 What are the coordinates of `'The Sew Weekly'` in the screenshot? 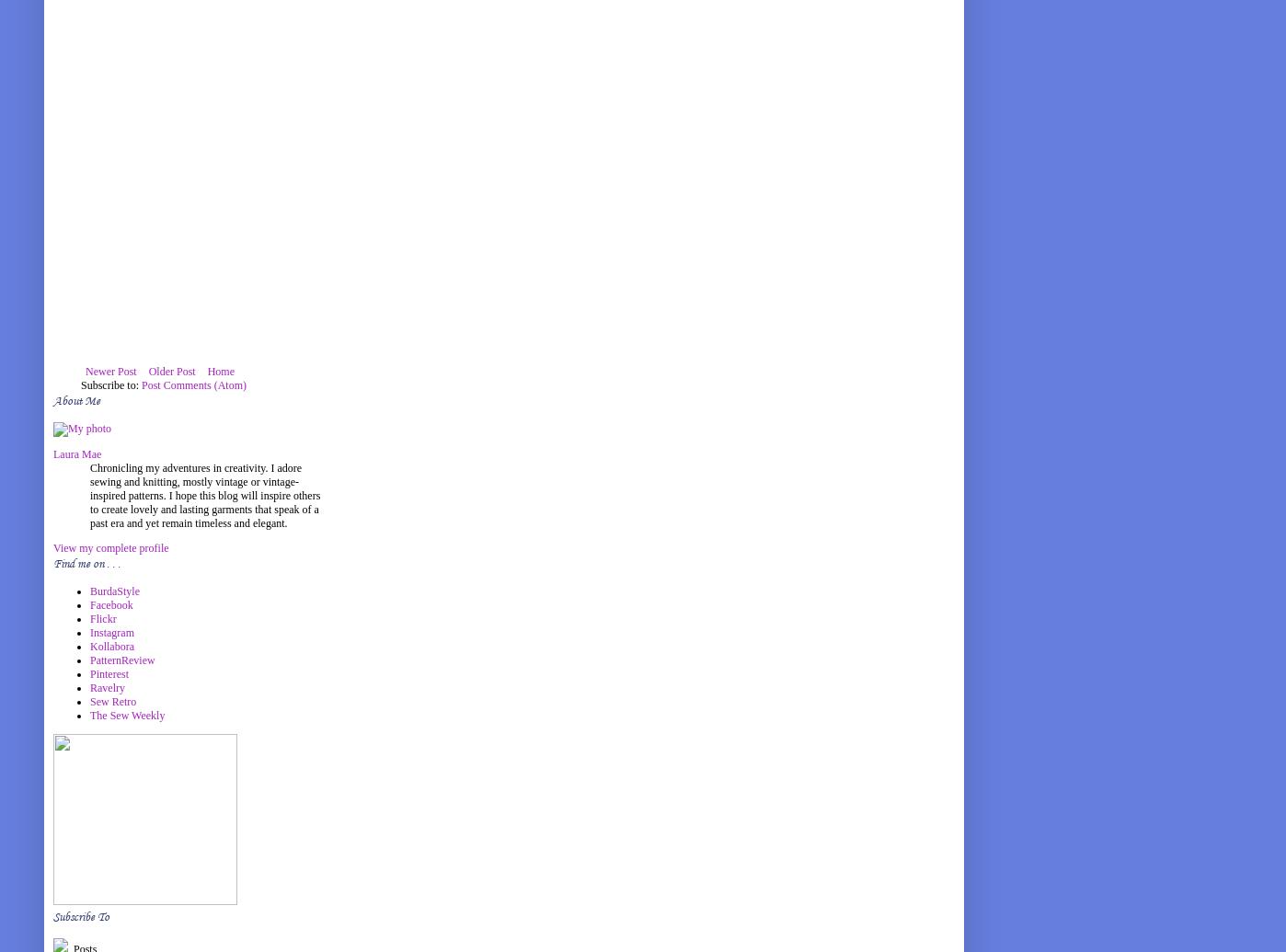 It's located at (89, 715).